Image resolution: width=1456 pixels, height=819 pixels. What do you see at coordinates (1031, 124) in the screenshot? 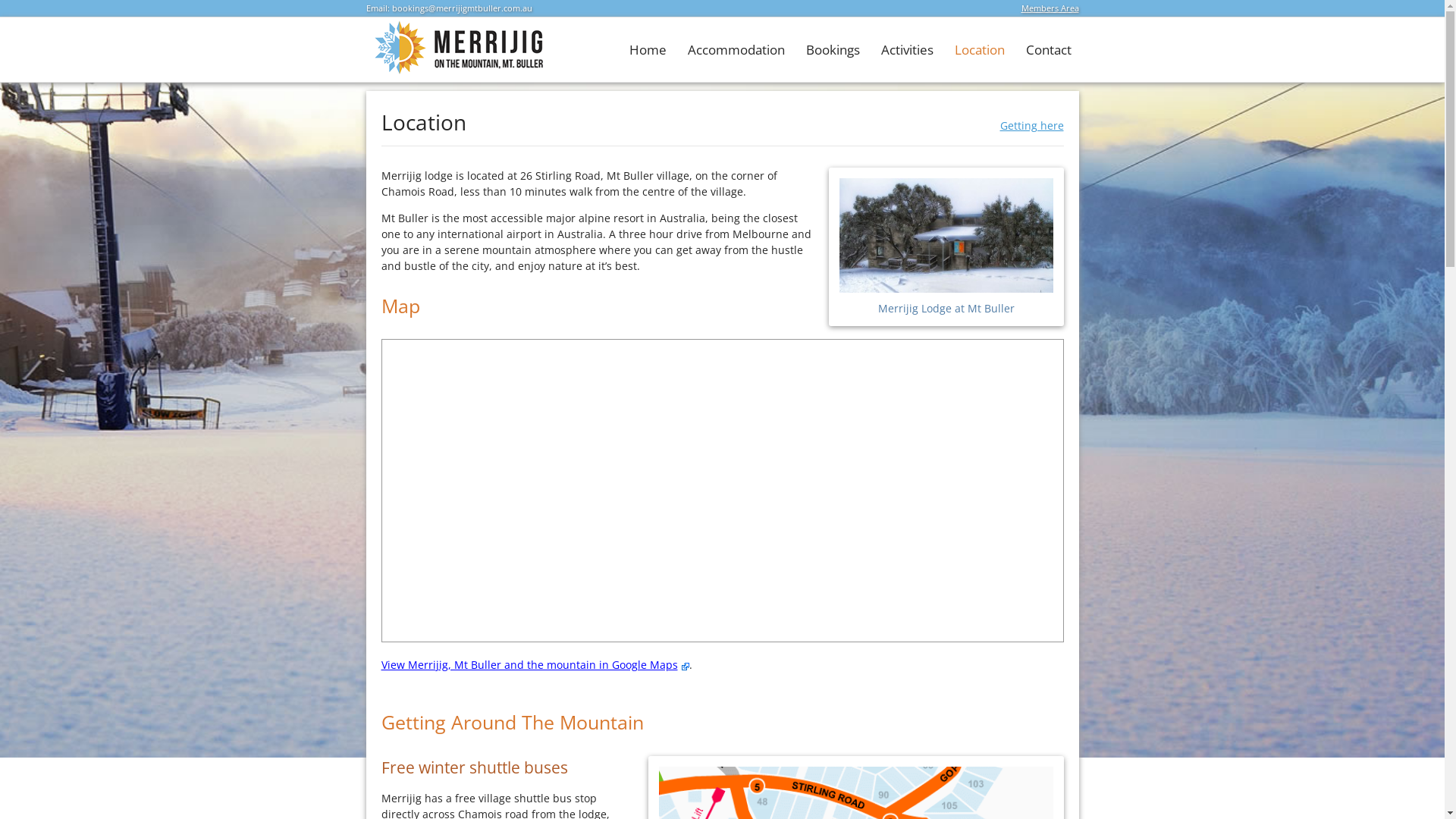
I see `'Getting here'` at bounding box center [1031, 124].